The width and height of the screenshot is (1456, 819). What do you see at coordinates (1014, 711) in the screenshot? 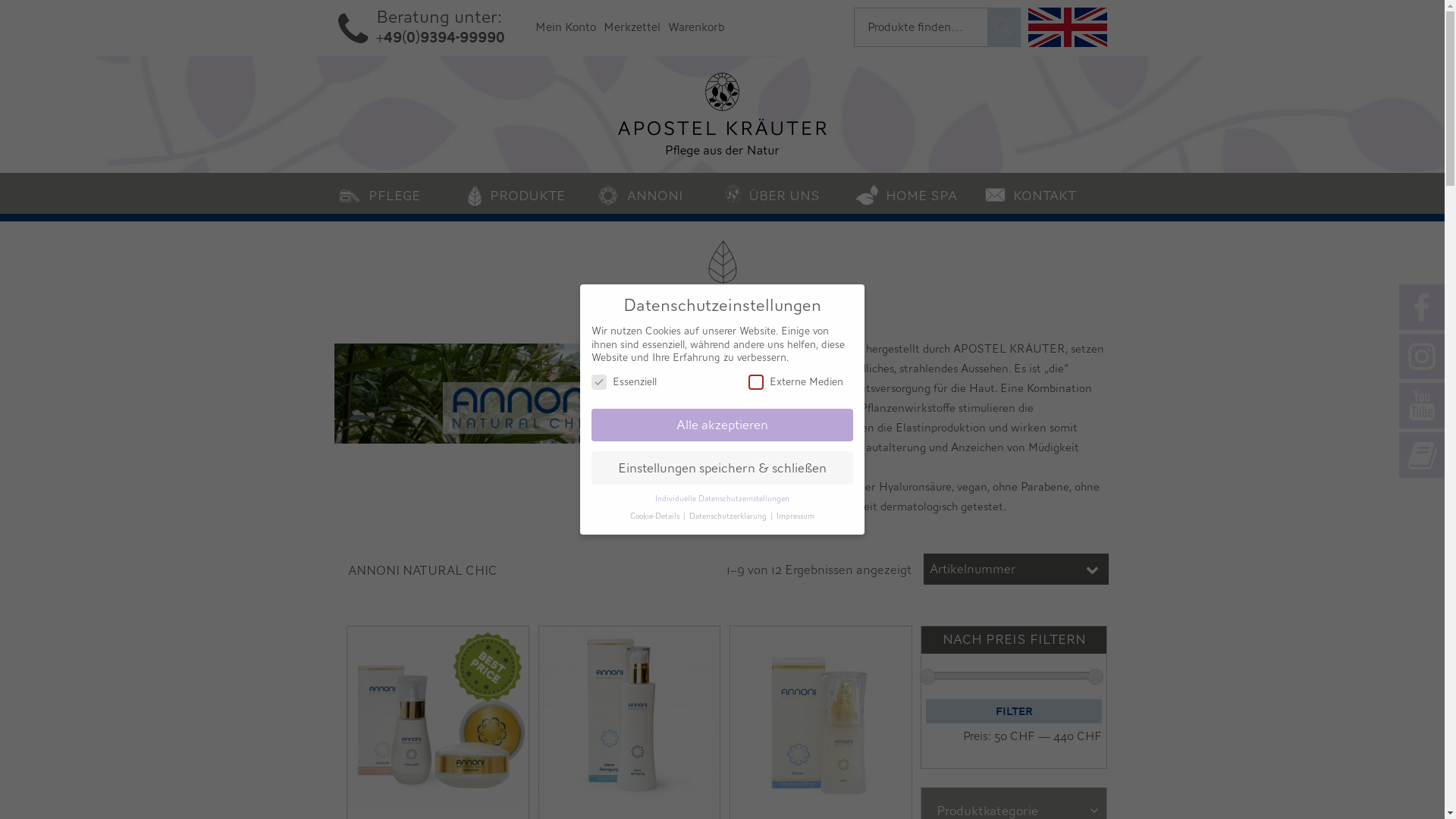
I see `'Filter'` at bounding box center [1014, 711].